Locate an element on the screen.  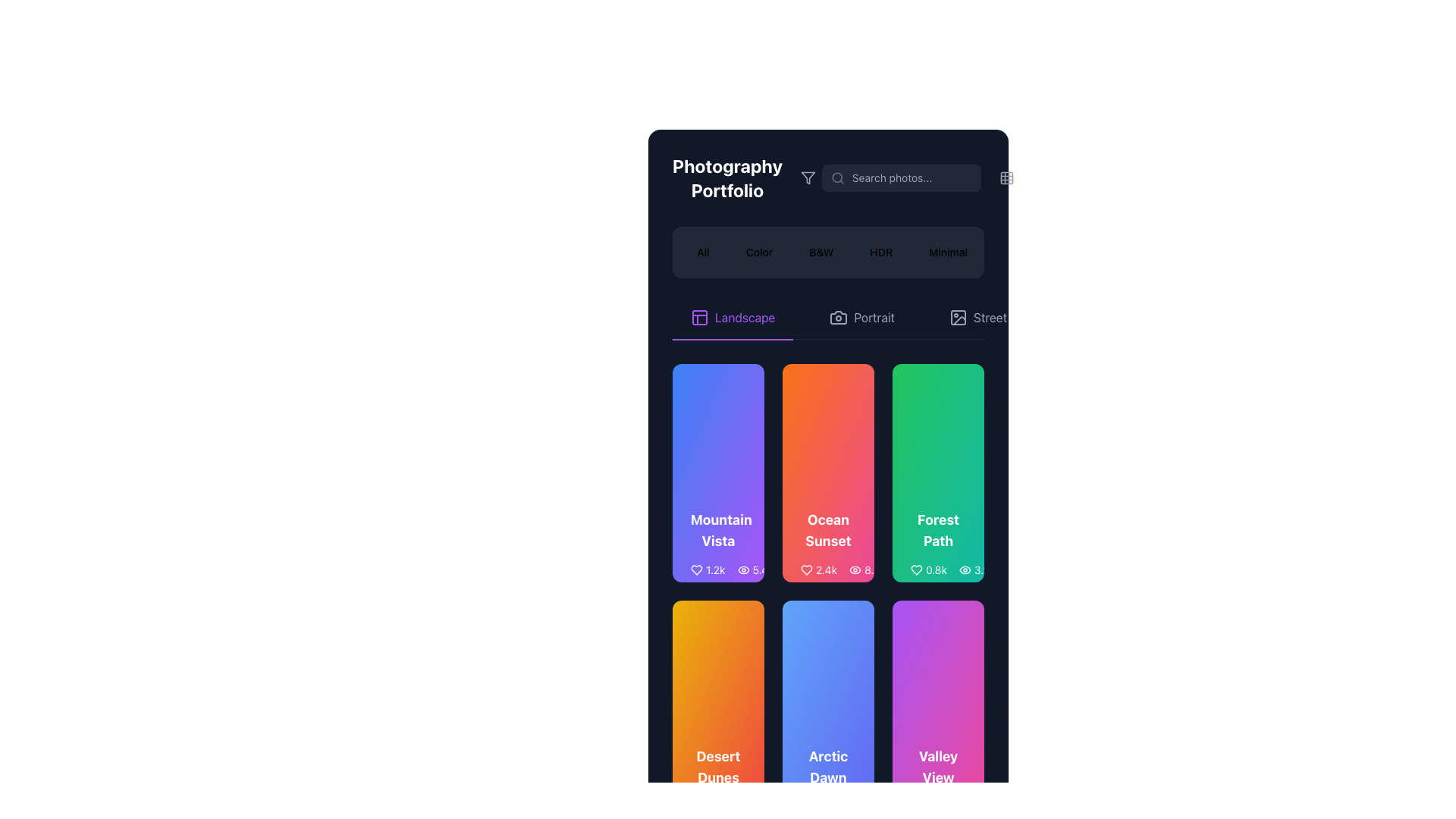
the 'Minimal' button, which is the last button in a horizontal row of five buttons, featuring a dark background and medium-sized text is located at coordinates (947, 251).